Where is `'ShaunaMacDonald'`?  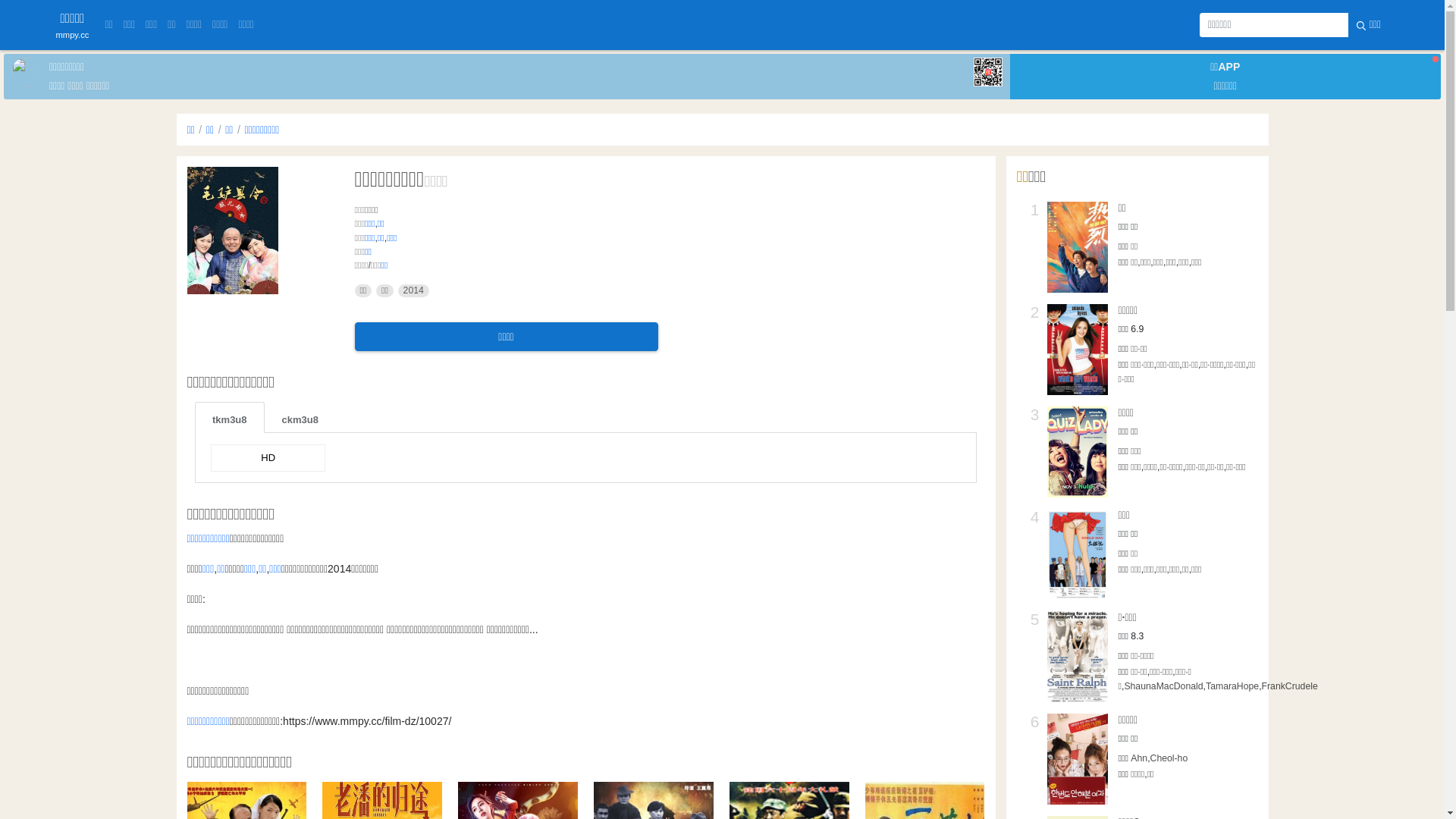 'ShaunaMacDonald' is located at coordinates (1163, 686).